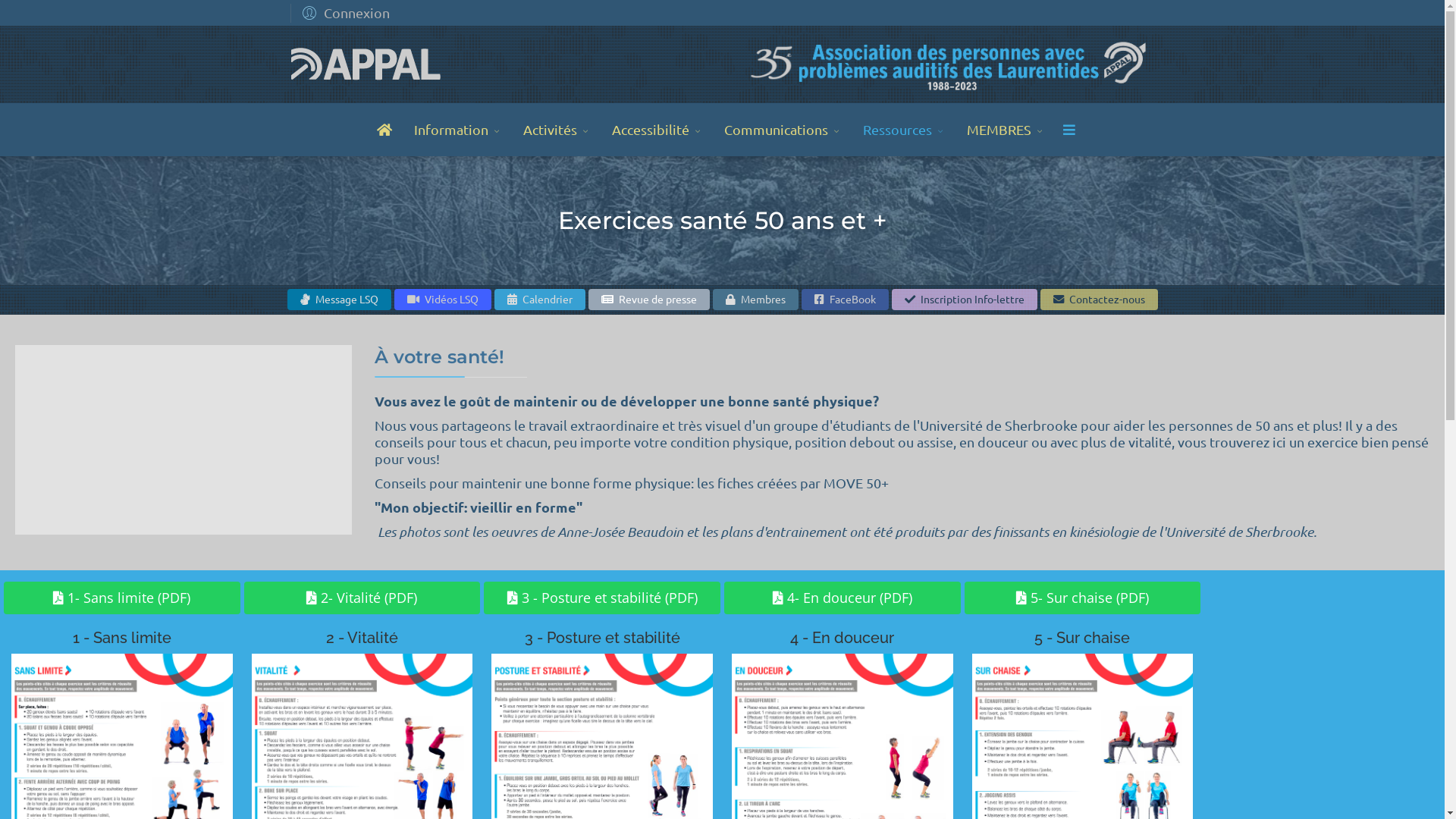  Describe the element at coordinates (1081, 597) in the screenshot. I see `'5- Sur chaise (PDF)'` at that location.